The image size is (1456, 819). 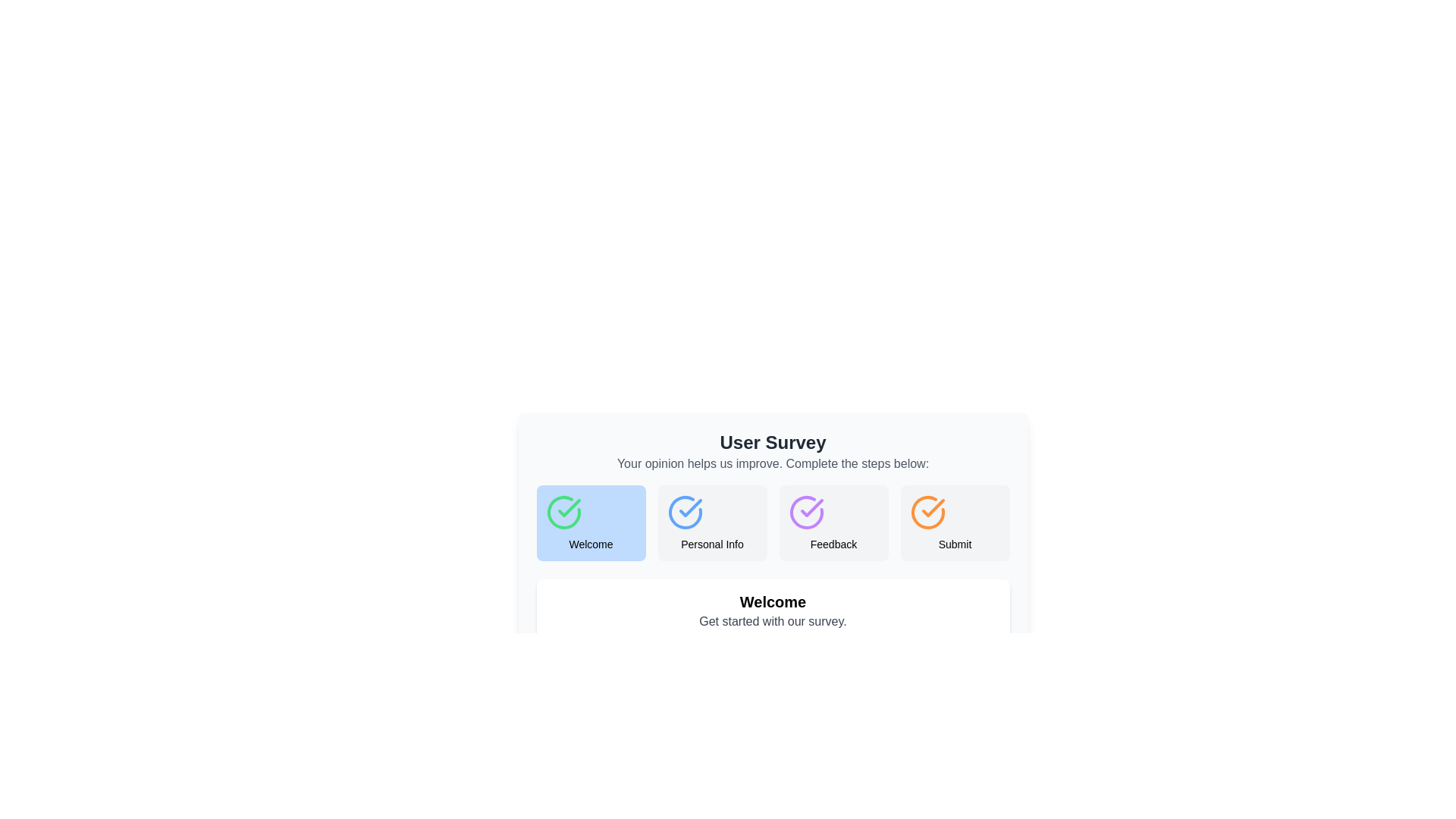 What do you see at coordinates (805, 512) in the screenshot?
I see `the 'Feedback' icon located in the third column of the icon list under the 'User Survey' header, which indicates successful completion or selection of this step` at bounding box center [805, 512].